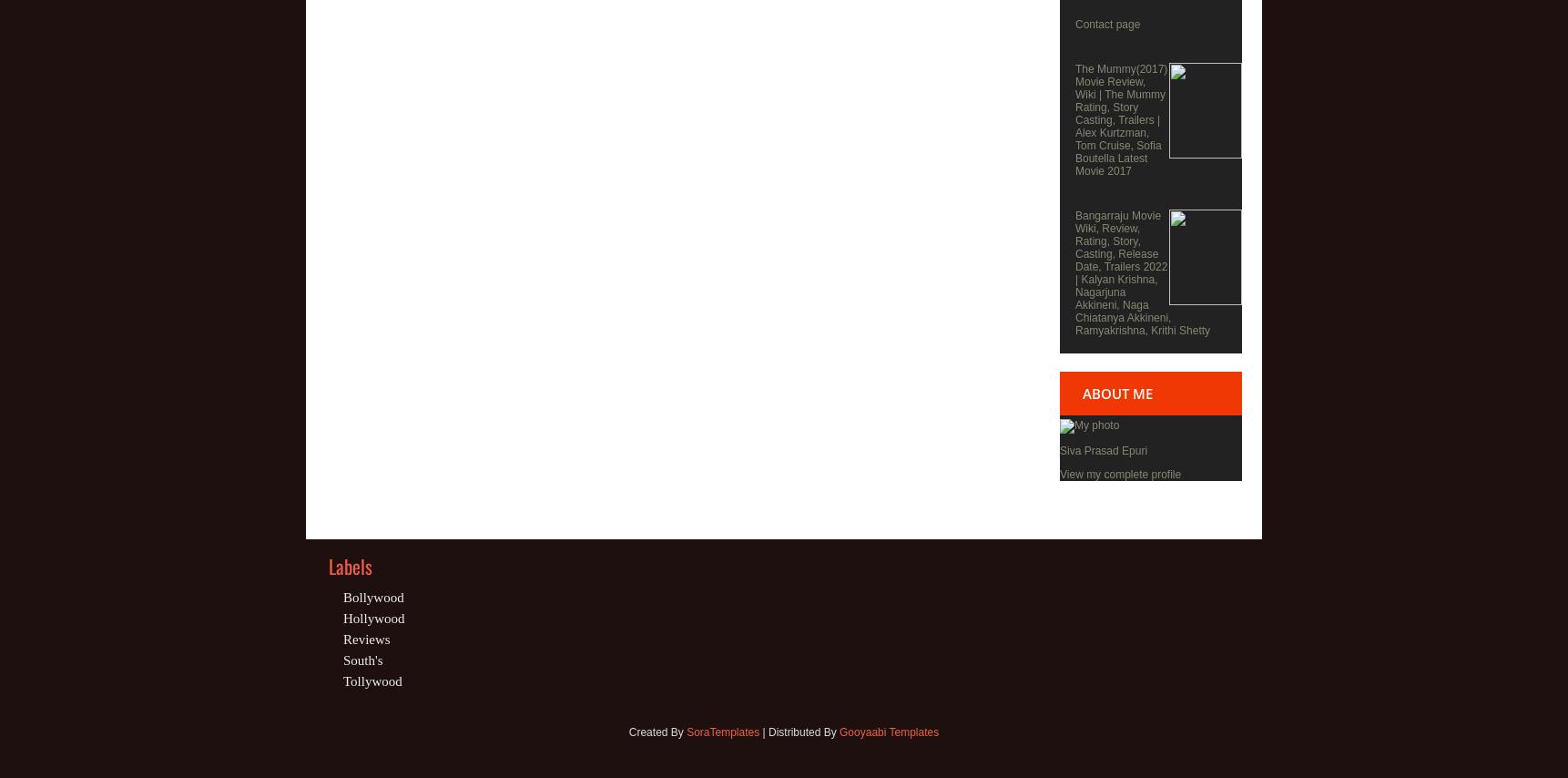 The height and width of the screenshot is (778, 1568). Describe the element at coordinates (657, 732) in the screenshot. I see `'Created By'` at that location.